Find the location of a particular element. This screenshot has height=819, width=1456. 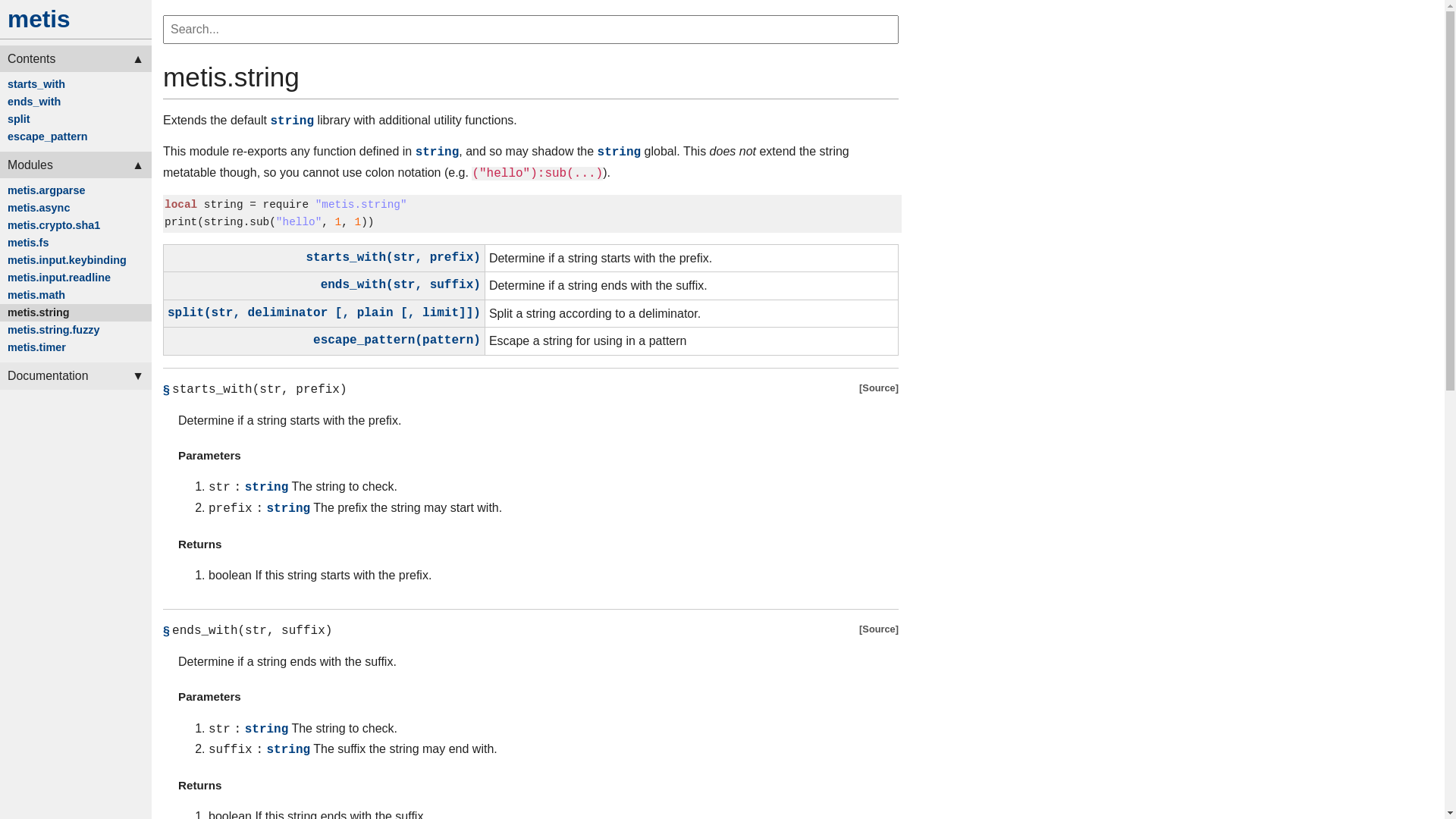

'string' is located at coordinates (222, 222).